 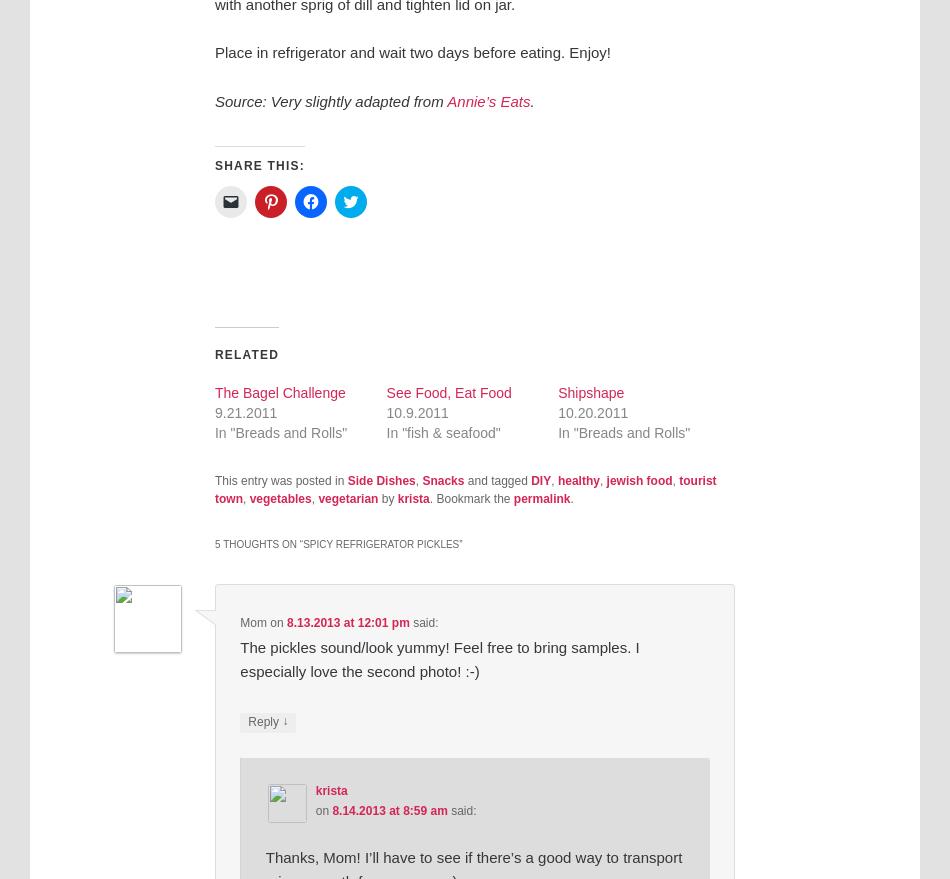 What do you see at coordinates (346, 621) in the screenshot?
I see `'8.13.2013 at 12:01 pm'` at bounding box center [346, 621].